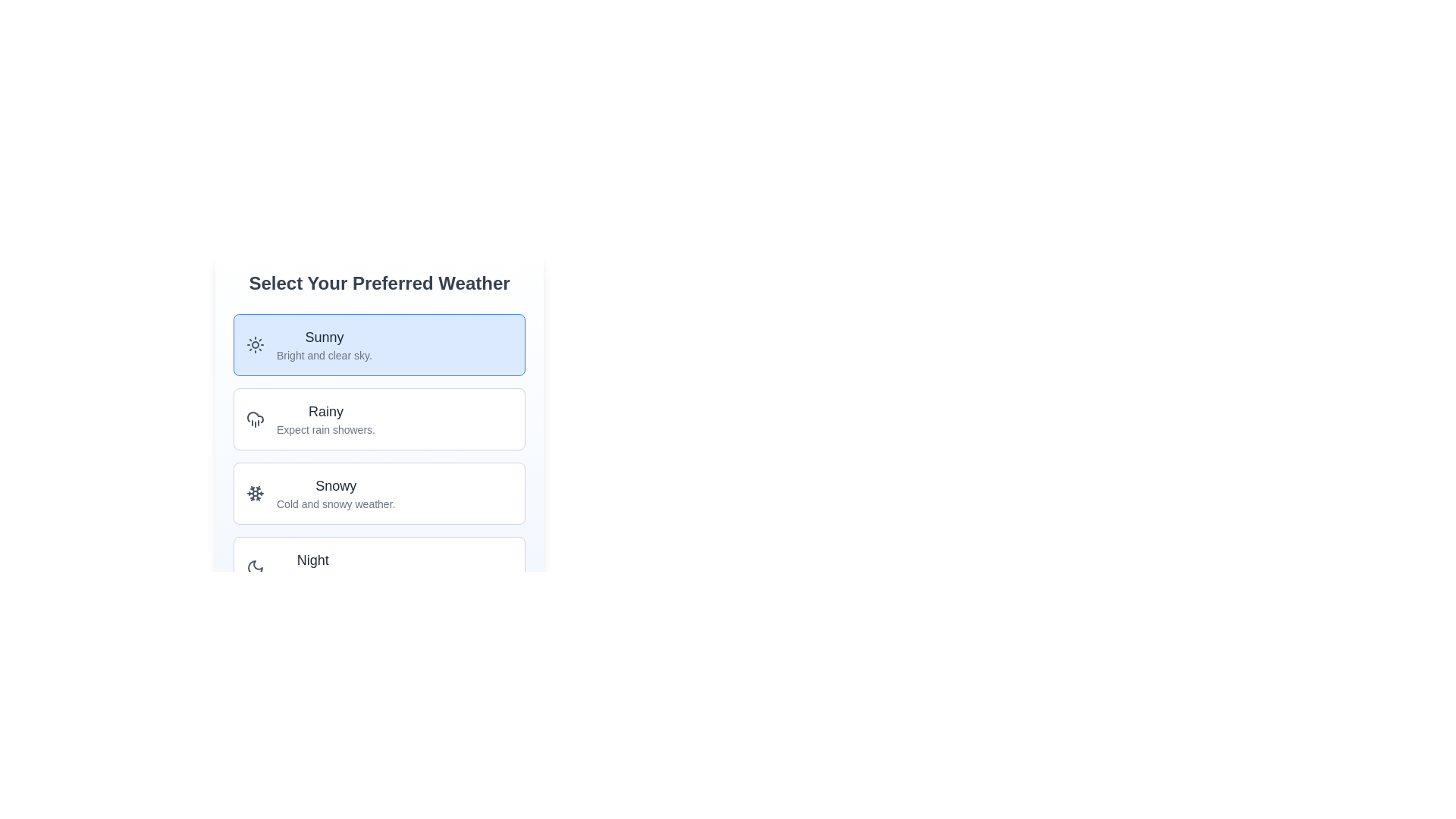 The width and height of the screenshot is (1456, 819). What do you see at coordinates (379, 567) in the screenshot?
I see `the 'Night' weather option card, which is the fourth card in a vertical list of selectable weather options` at bounding box center [379, 567].